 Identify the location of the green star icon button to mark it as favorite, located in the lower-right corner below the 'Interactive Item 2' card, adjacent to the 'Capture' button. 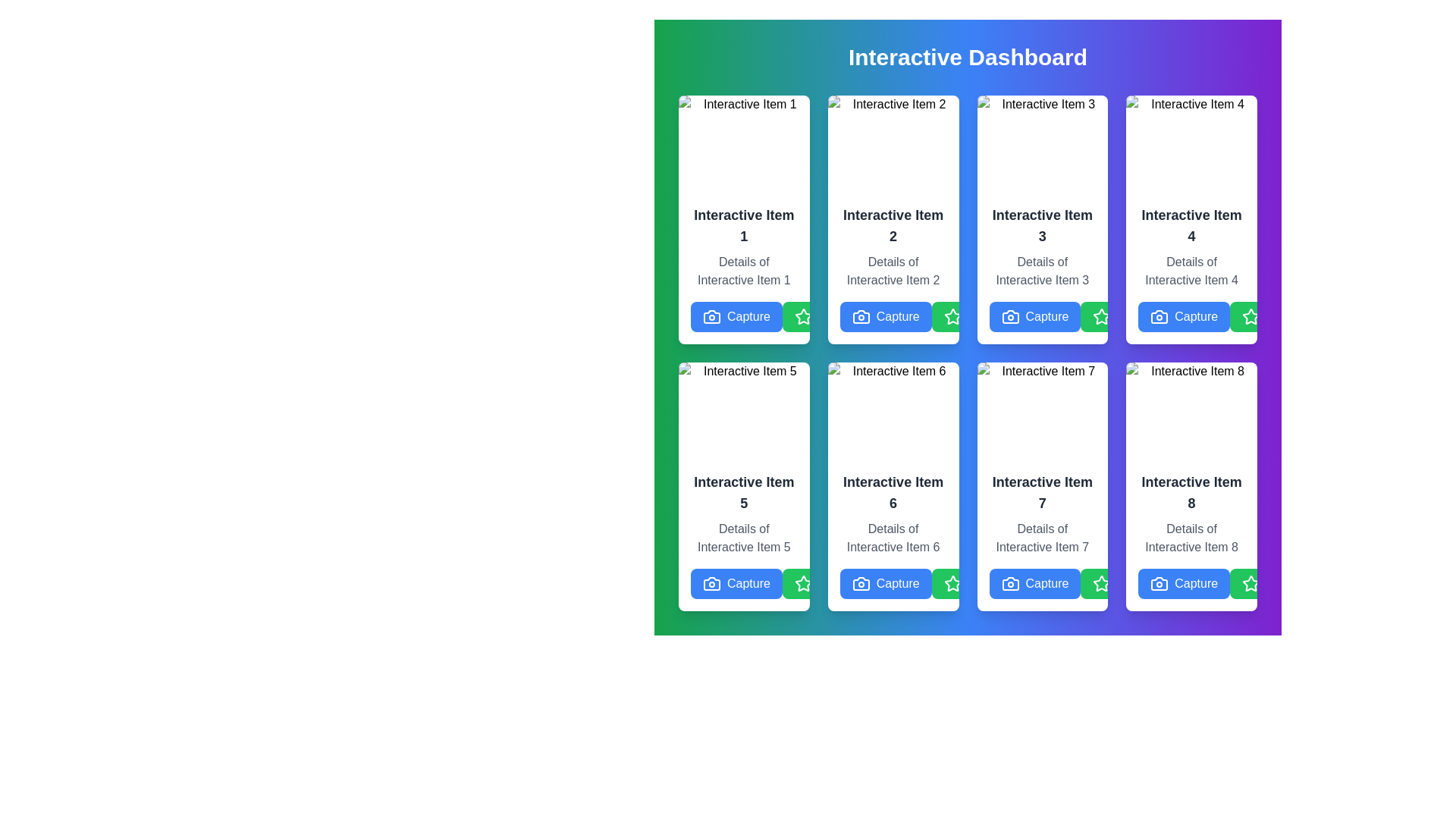
(802, 315).